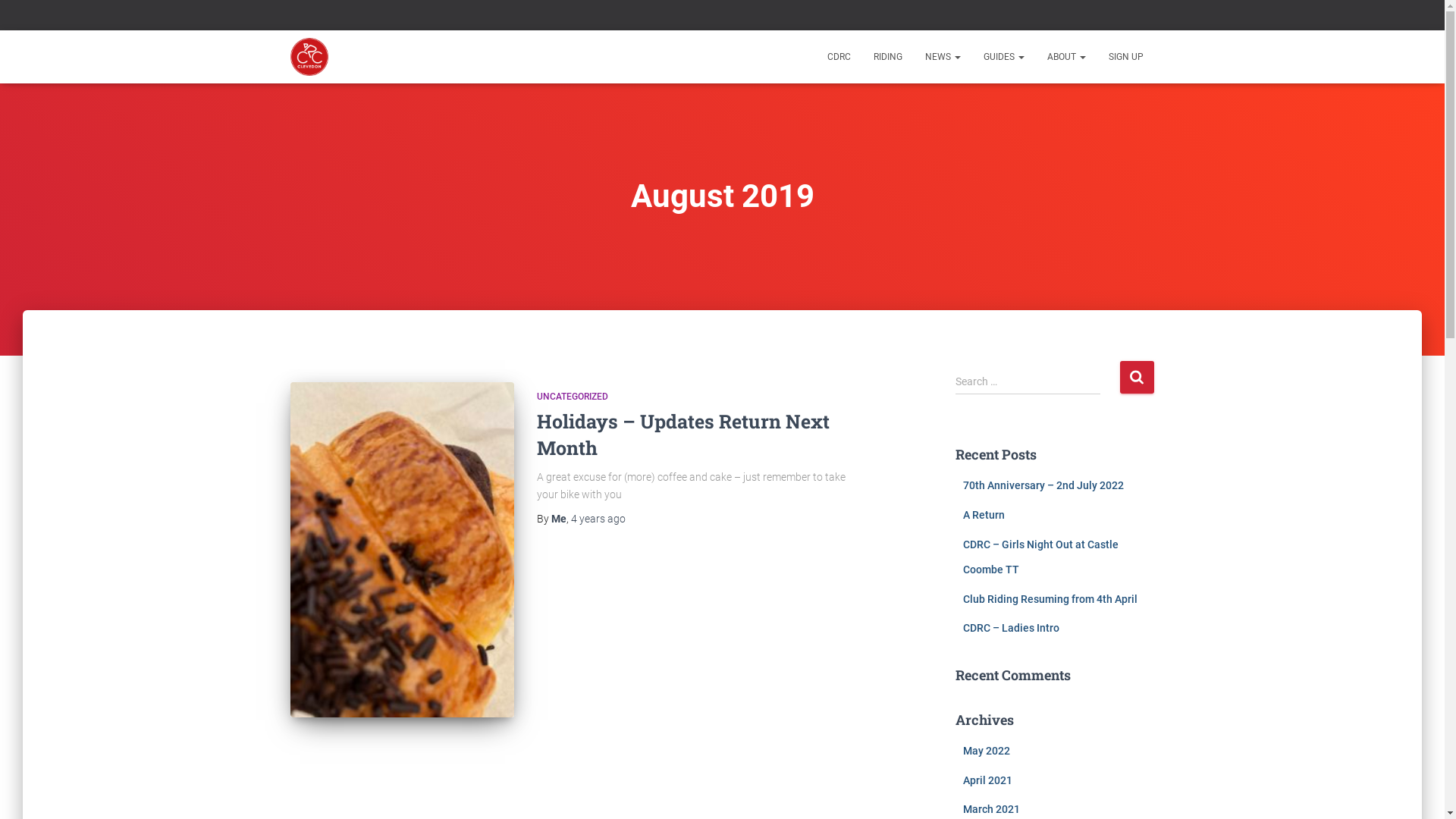 The width and height of the screenshot is (1456, 819). I want to click on '4 years ago', so click(596, 517).